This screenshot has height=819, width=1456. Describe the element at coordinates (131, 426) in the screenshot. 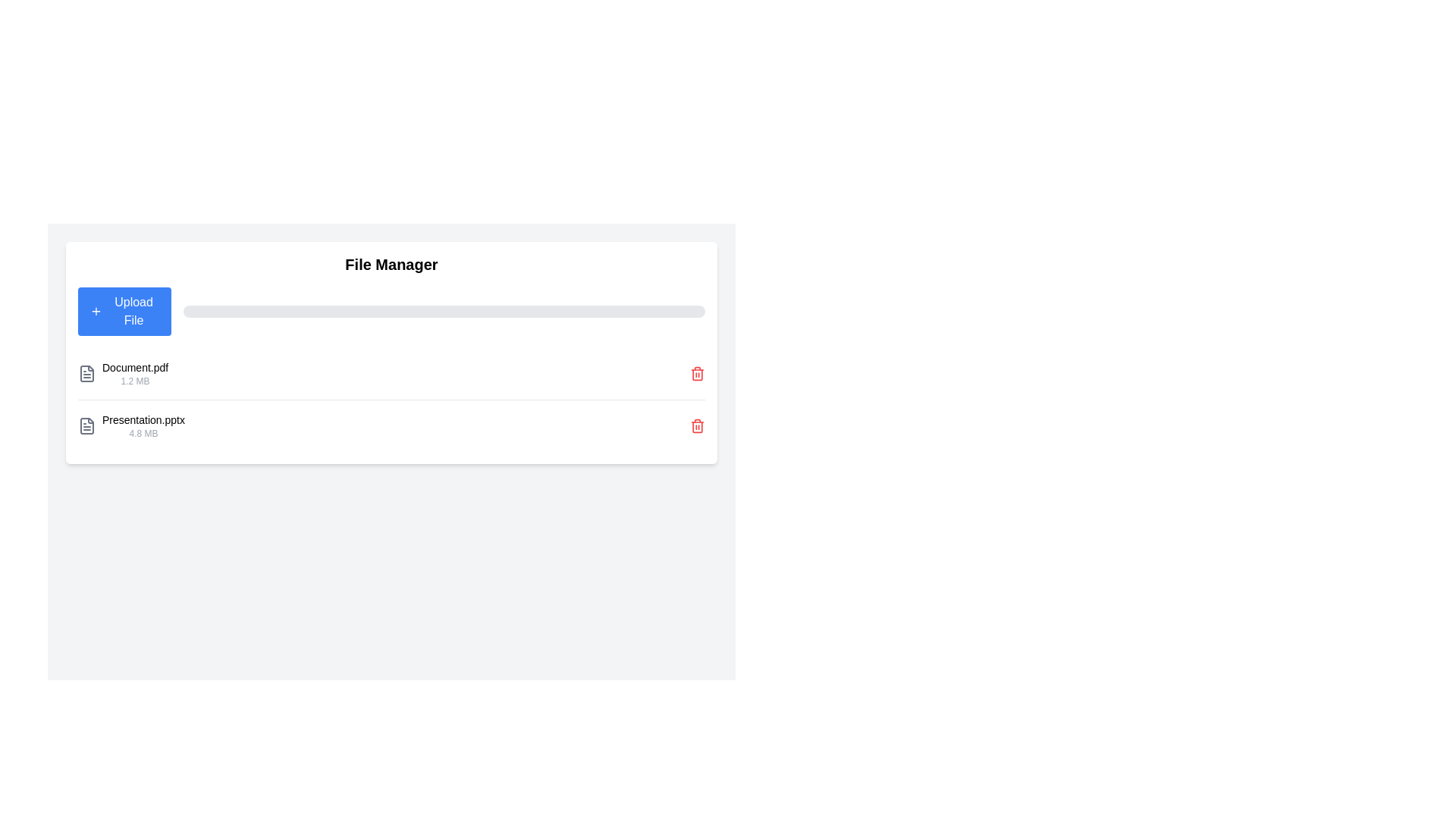

I see `the File entry located under 'Document.pdf' in the file manager interface, which allows for viewing file details or performing actions` at that location.